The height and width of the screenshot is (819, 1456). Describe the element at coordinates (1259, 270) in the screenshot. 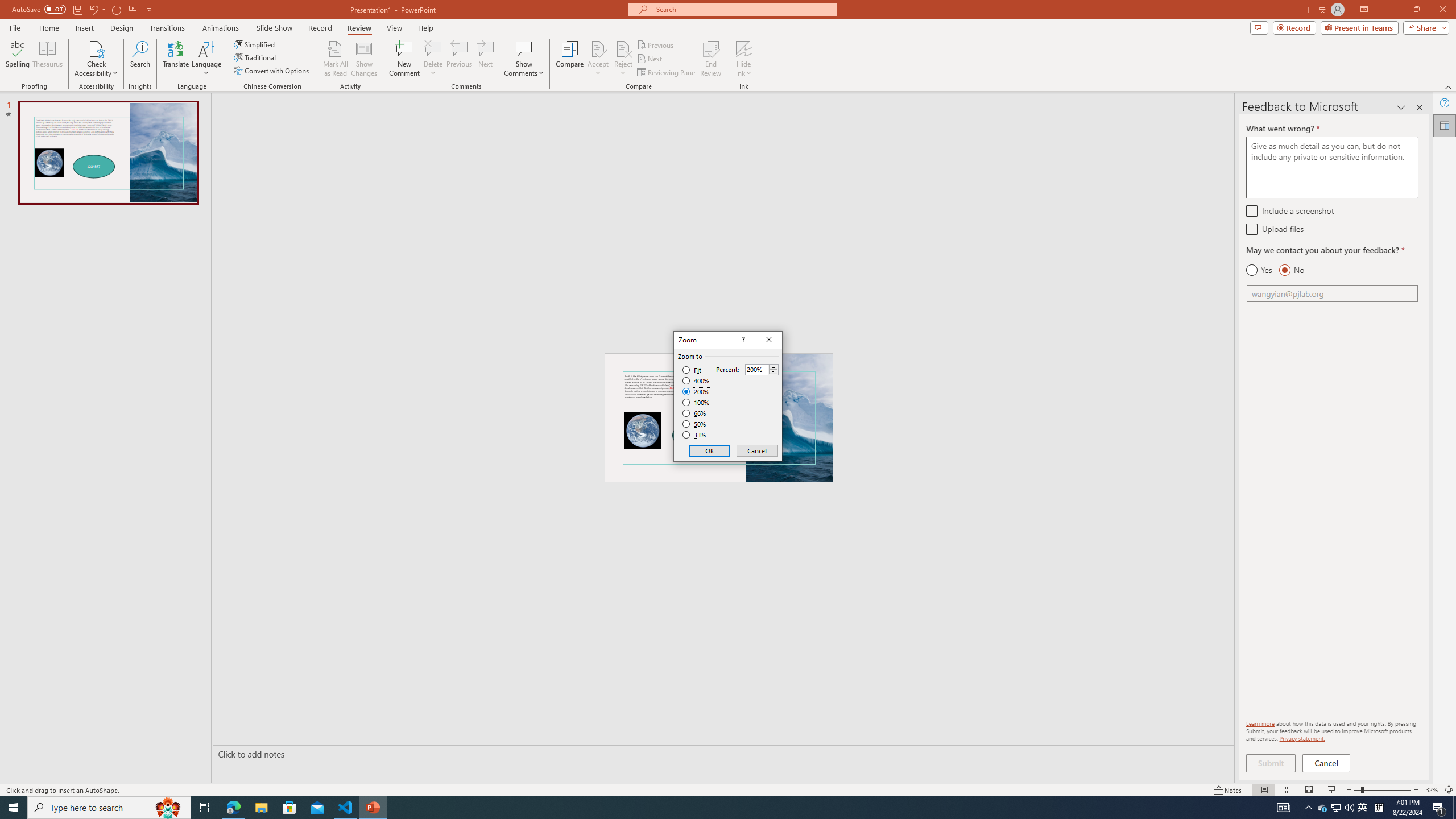

I see `'Yes'` at that location.